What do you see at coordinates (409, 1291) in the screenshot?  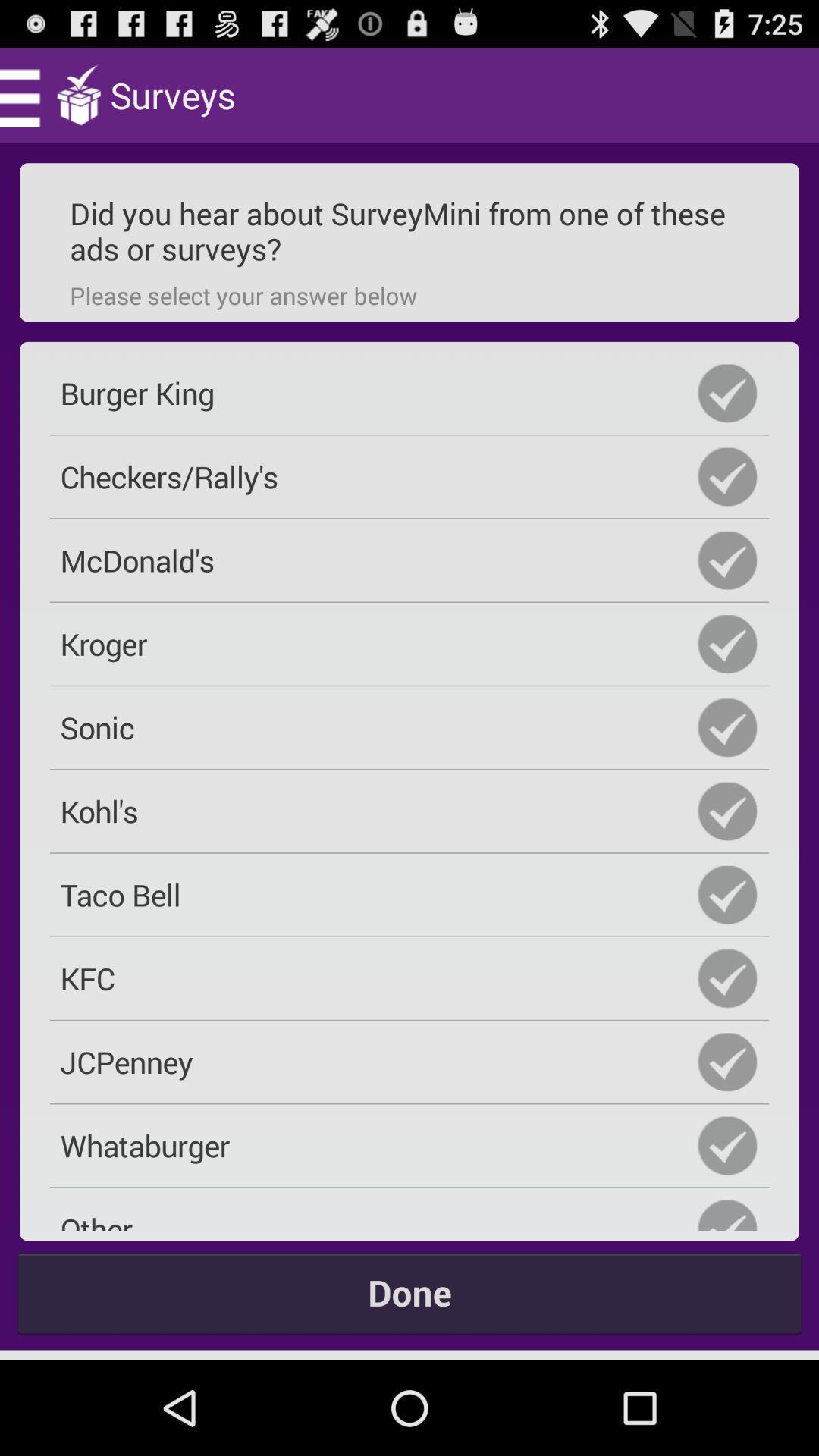 I see `done icon` at bounding box center [409, 1291].